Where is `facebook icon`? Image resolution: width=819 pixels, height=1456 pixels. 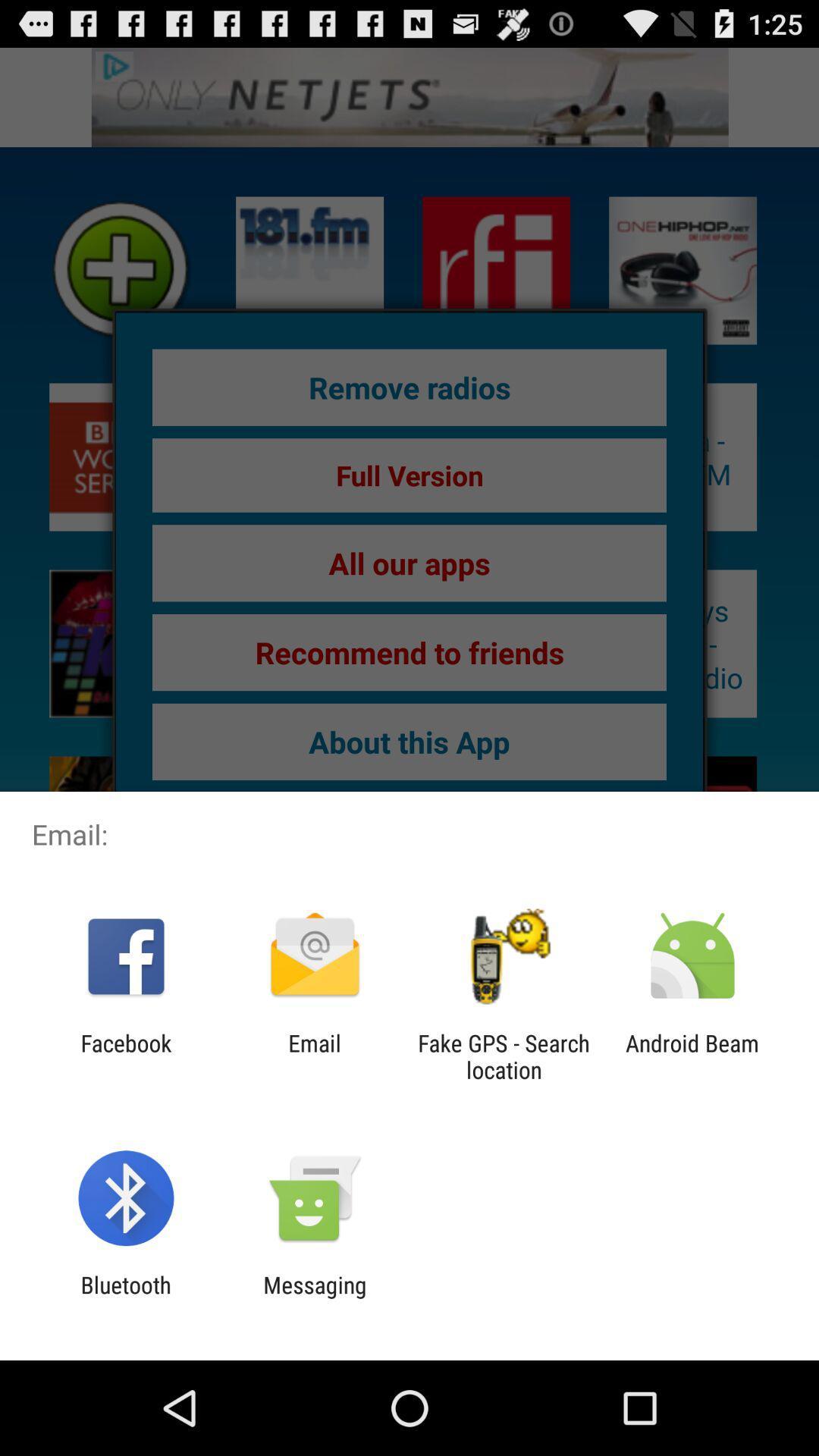
facebook icon is located at coordinates (125, 1056).